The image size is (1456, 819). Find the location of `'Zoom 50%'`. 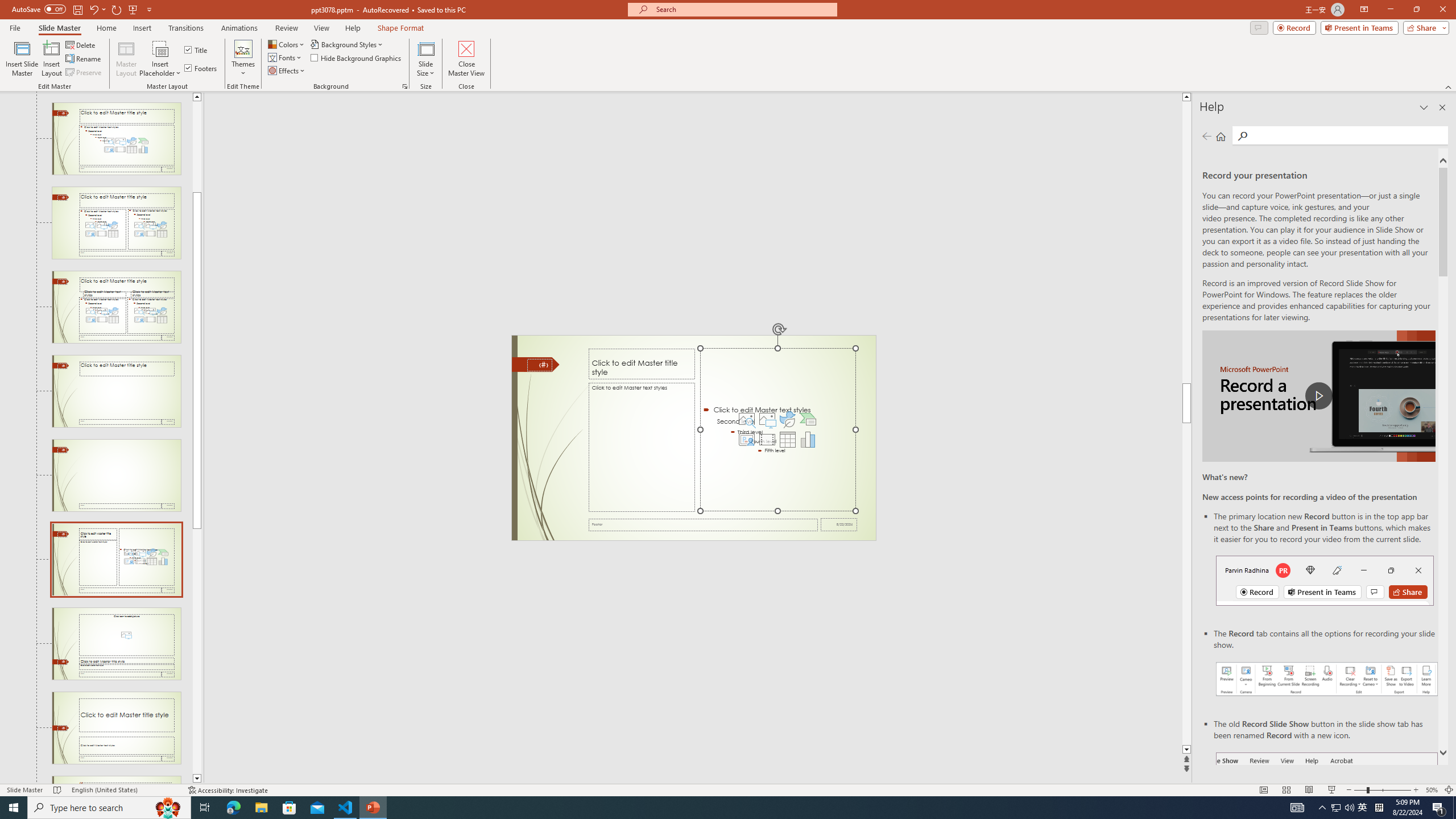

'Zoom 50%' is located at coordinates (1431, 790).